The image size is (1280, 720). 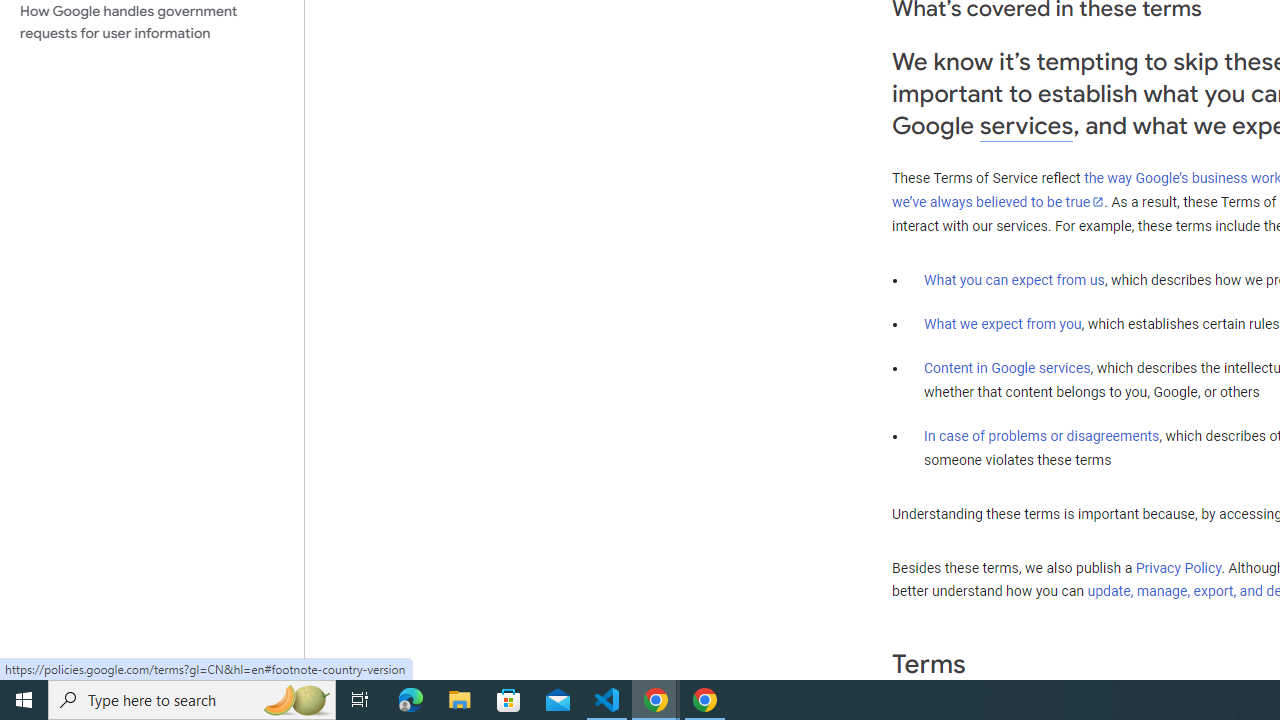 I want to click on 'What you can expect from us', so click(x=1014, y=279).